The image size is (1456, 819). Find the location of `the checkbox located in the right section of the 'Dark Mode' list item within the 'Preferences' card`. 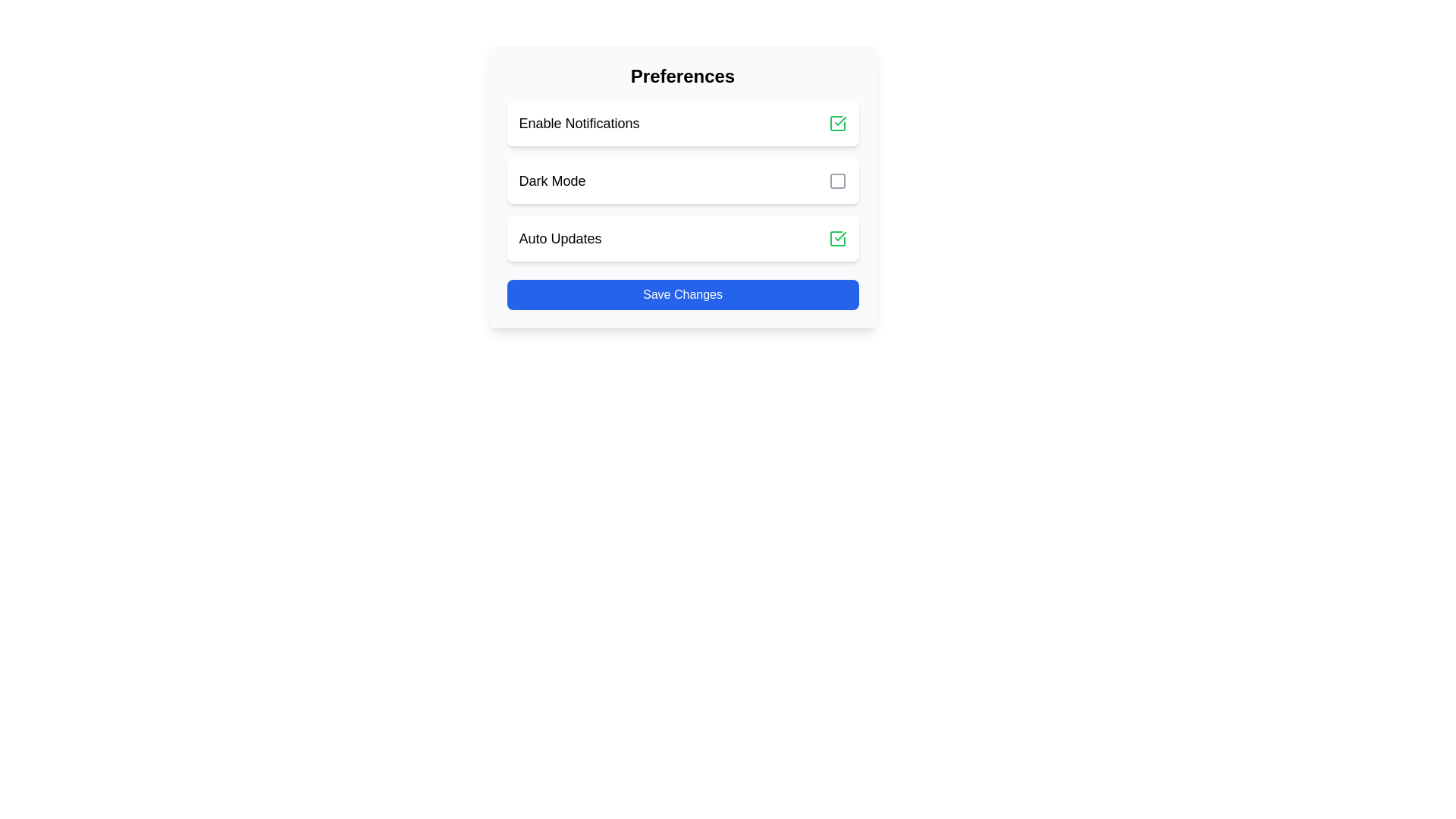

the checkbox located in the right section of the 'Dark Mode' list item within the 'Preferences' card is located at coordinates (836, 180).